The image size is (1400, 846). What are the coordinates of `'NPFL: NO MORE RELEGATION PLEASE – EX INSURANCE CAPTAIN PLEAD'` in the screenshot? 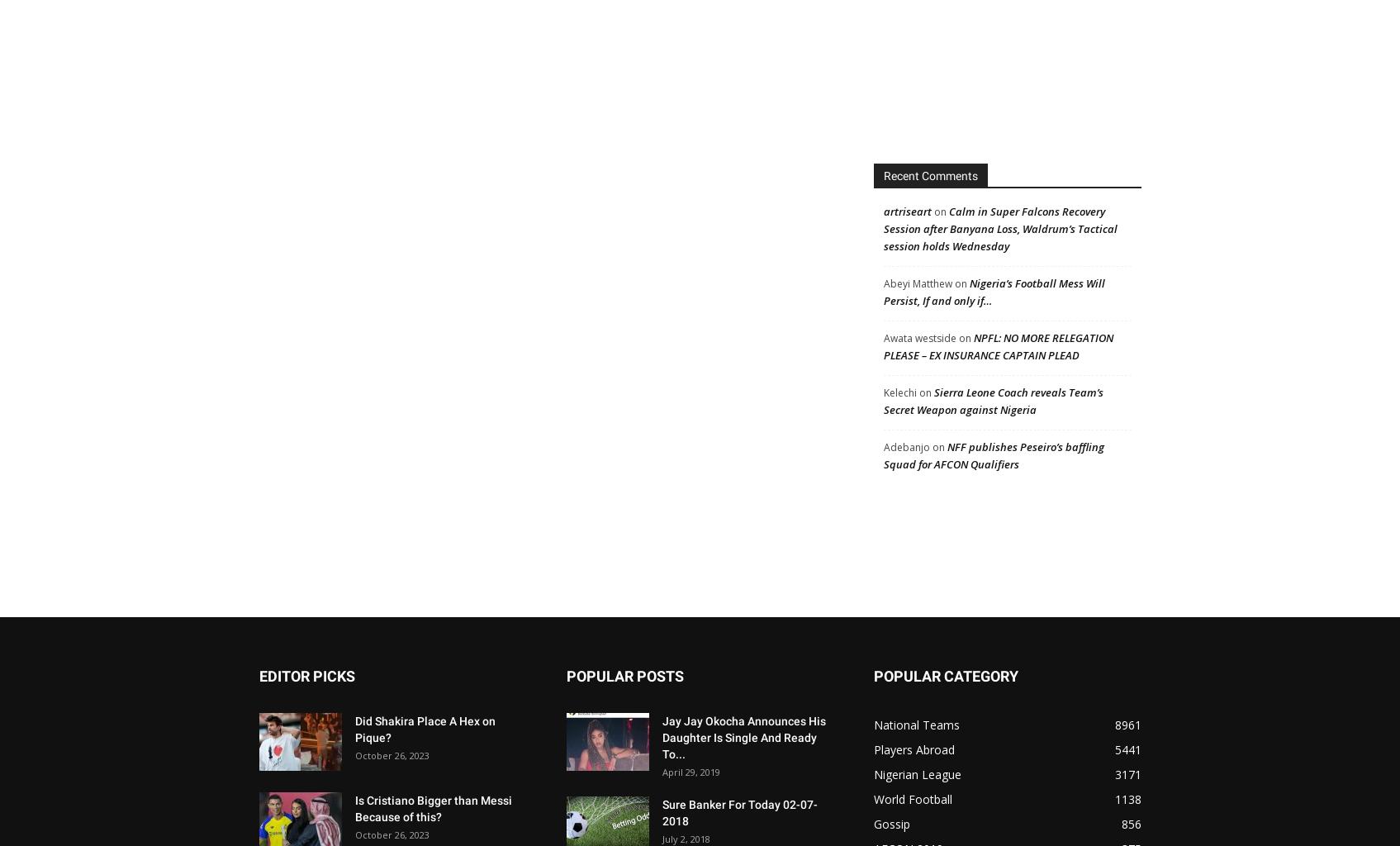 It's located at (998, 345).